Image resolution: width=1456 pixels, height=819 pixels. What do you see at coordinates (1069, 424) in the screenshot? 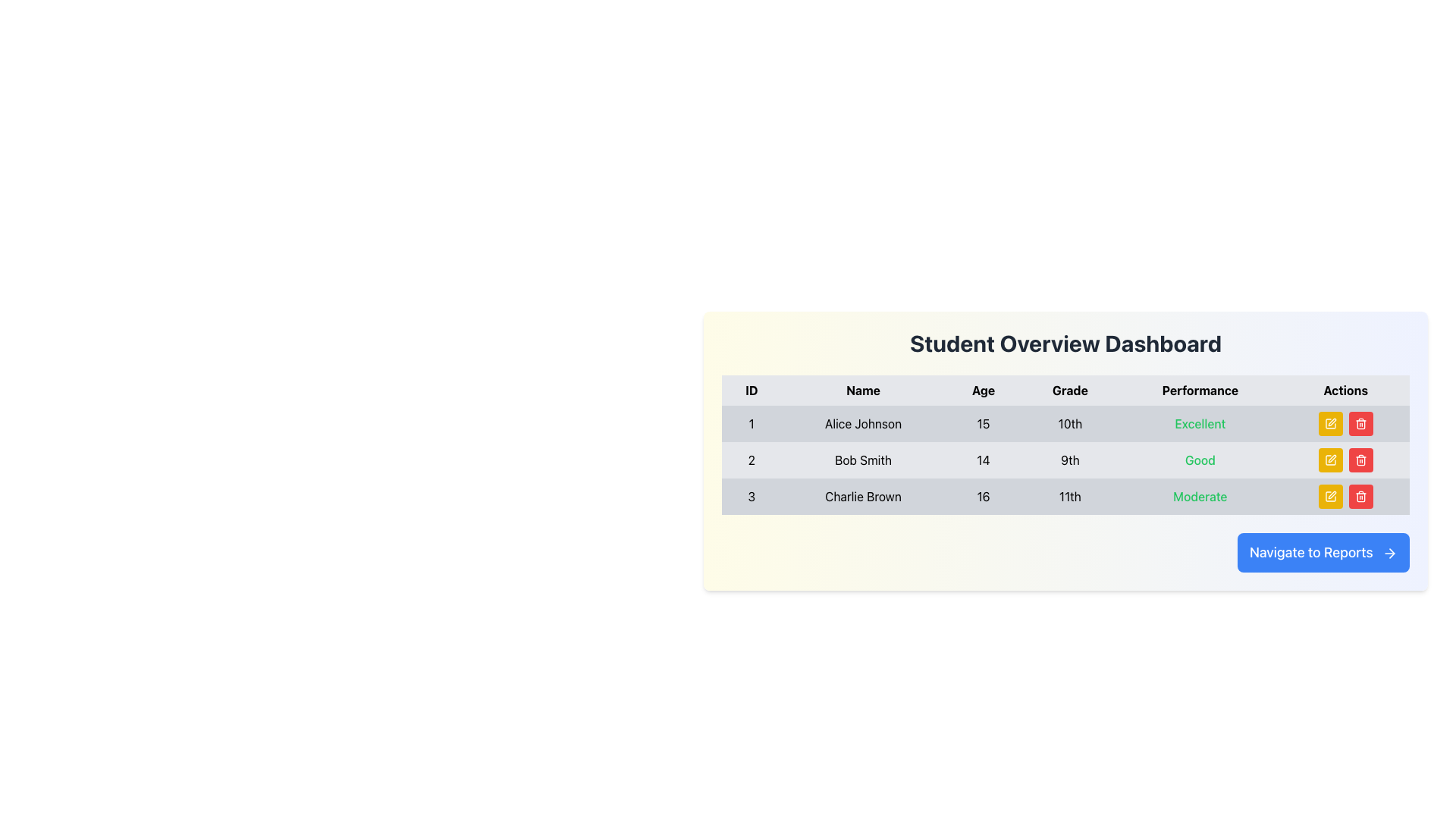
I see `the label displaying '10th' in black text, located in the second cell of the 'Grade' column for 'Alice Johnson' in the table` at bounding box center [1069, 424].